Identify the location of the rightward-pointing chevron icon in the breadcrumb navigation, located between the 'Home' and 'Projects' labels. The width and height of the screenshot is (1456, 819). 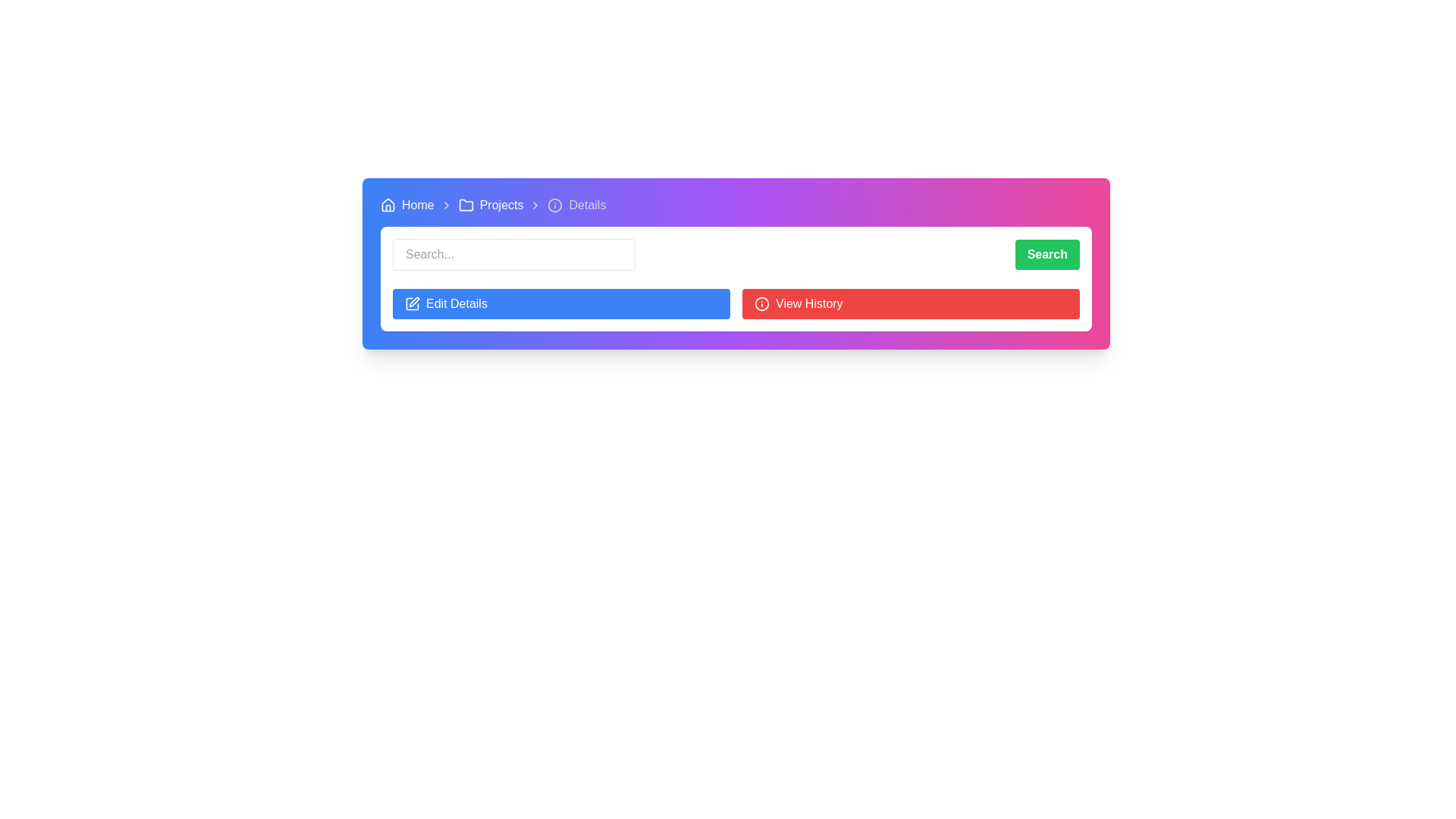
(445, 205).